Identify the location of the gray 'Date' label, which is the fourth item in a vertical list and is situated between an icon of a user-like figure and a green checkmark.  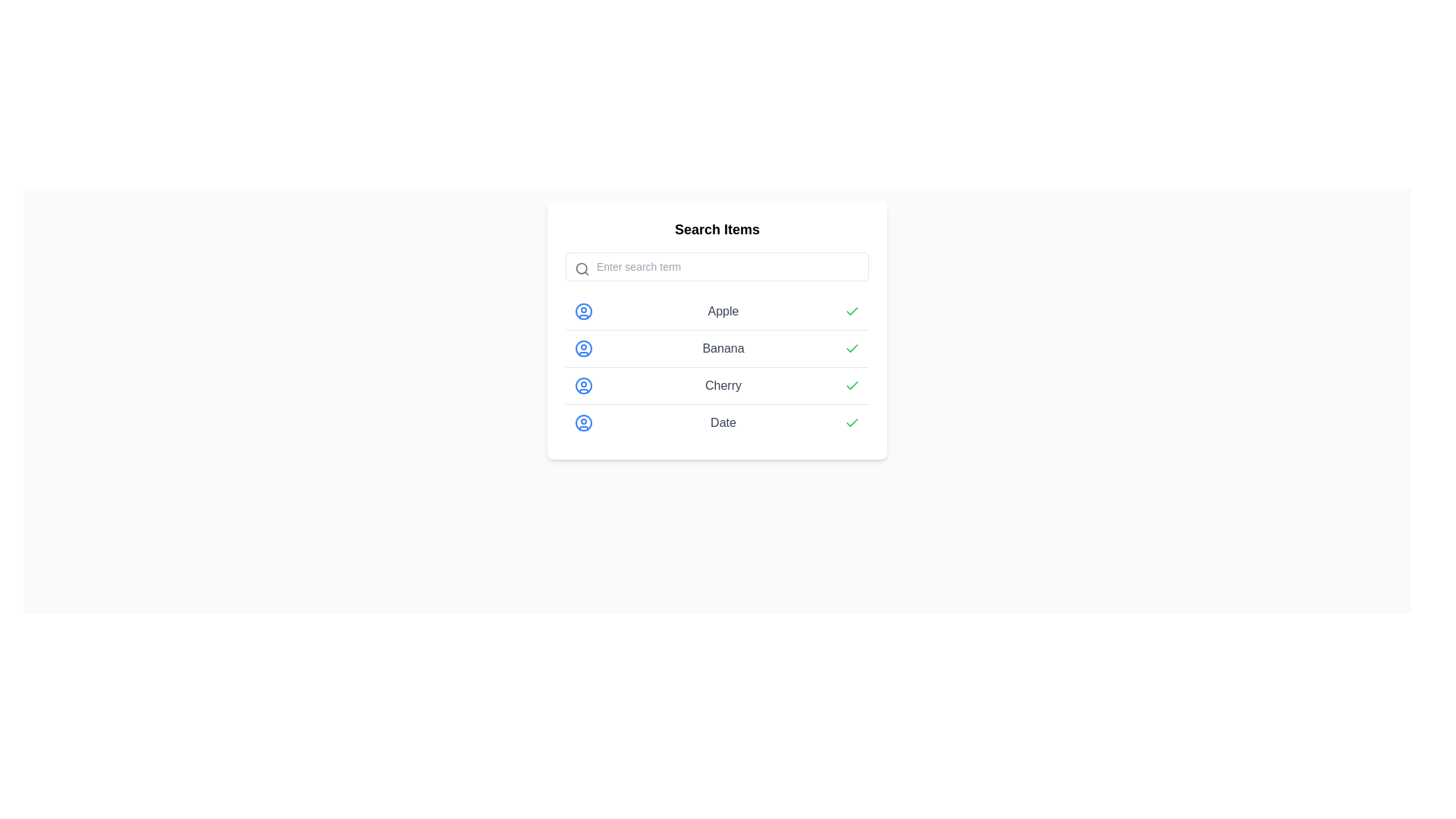
(723, 423).